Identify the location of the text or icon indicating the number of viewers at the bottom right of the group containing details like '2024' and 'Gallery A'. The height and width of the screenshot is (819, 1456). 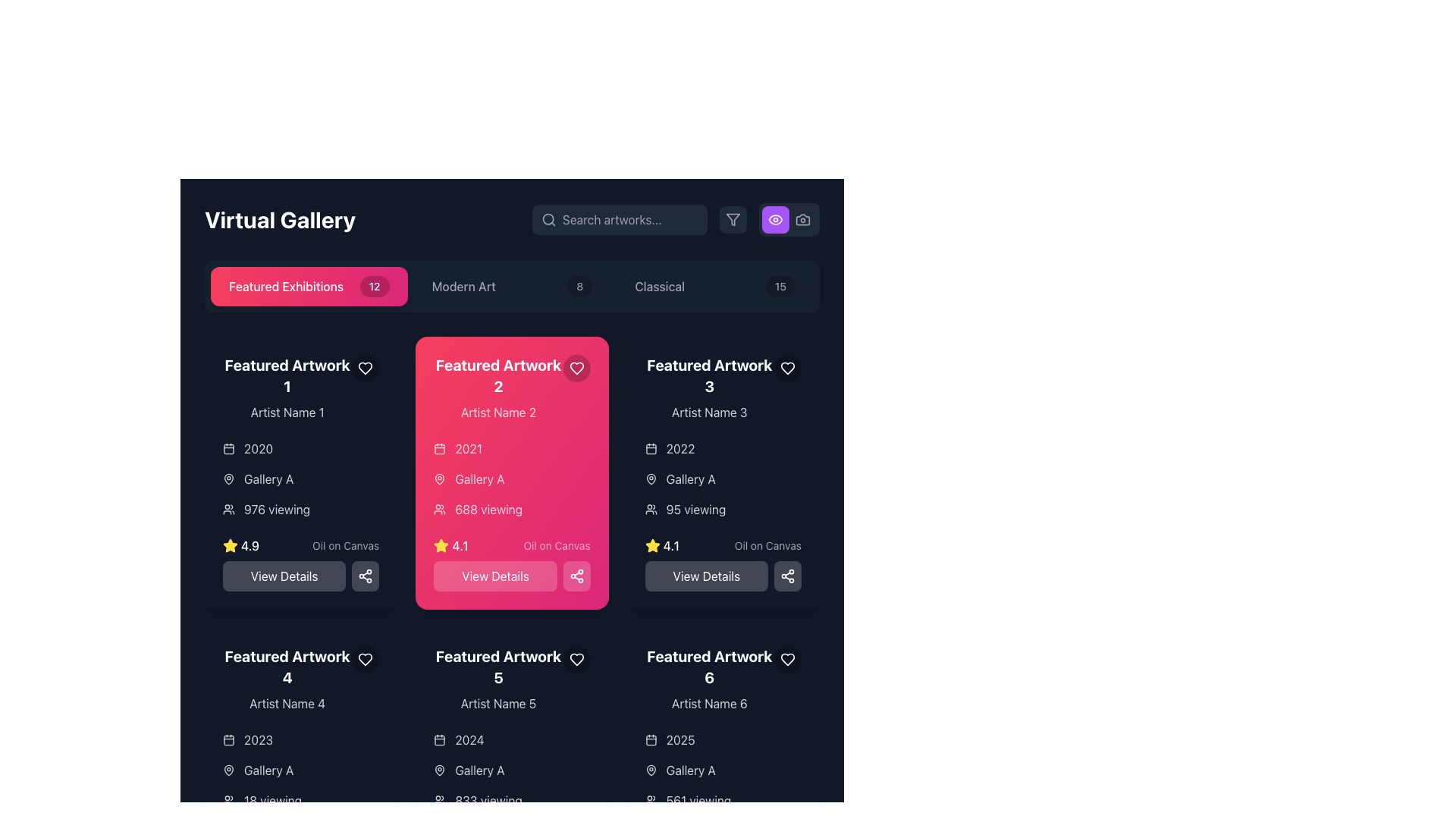
(512, 800).